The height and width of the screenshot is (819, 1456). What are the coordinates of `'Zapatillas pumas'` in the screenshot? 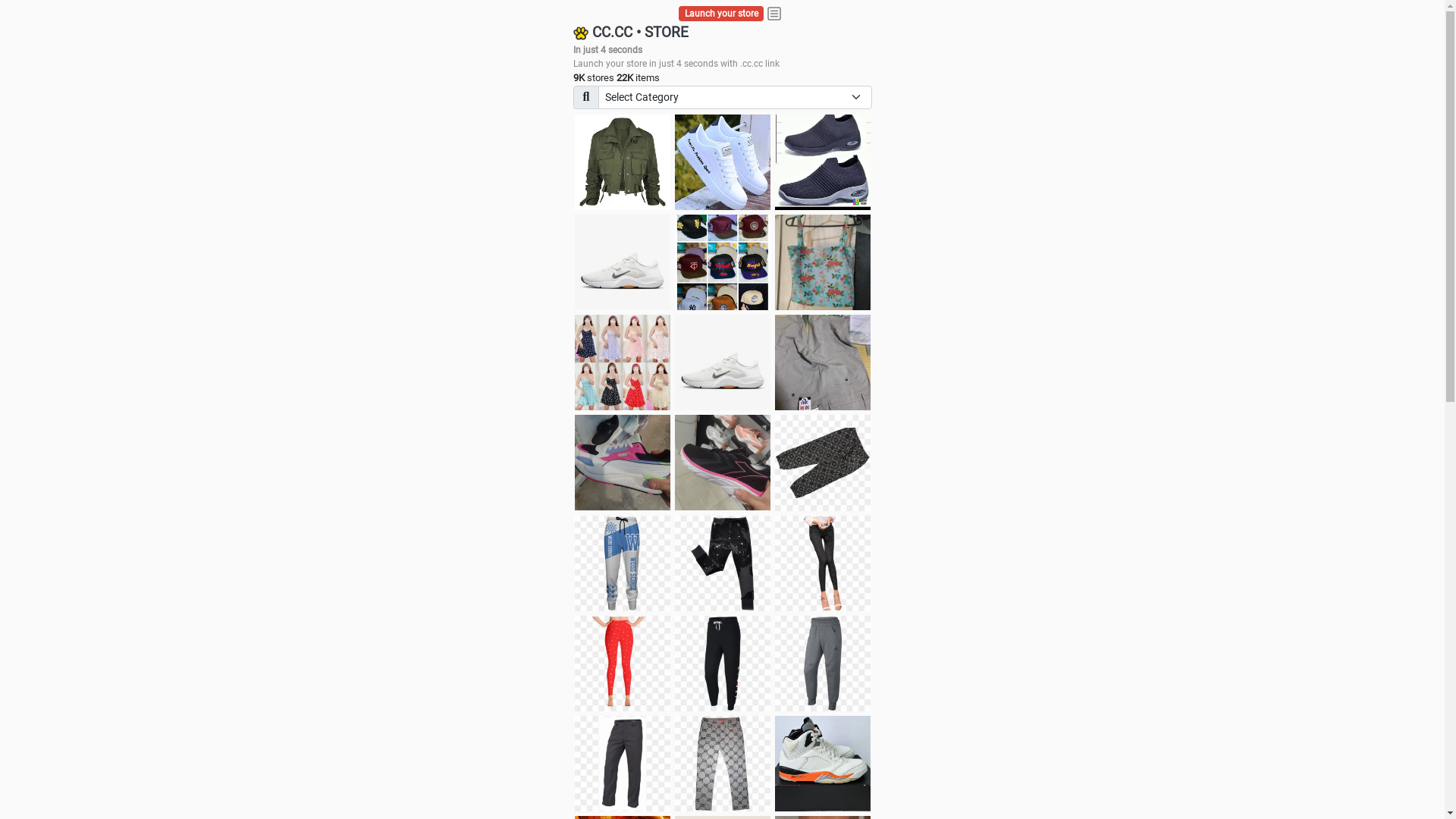 It's located at (574, 461).